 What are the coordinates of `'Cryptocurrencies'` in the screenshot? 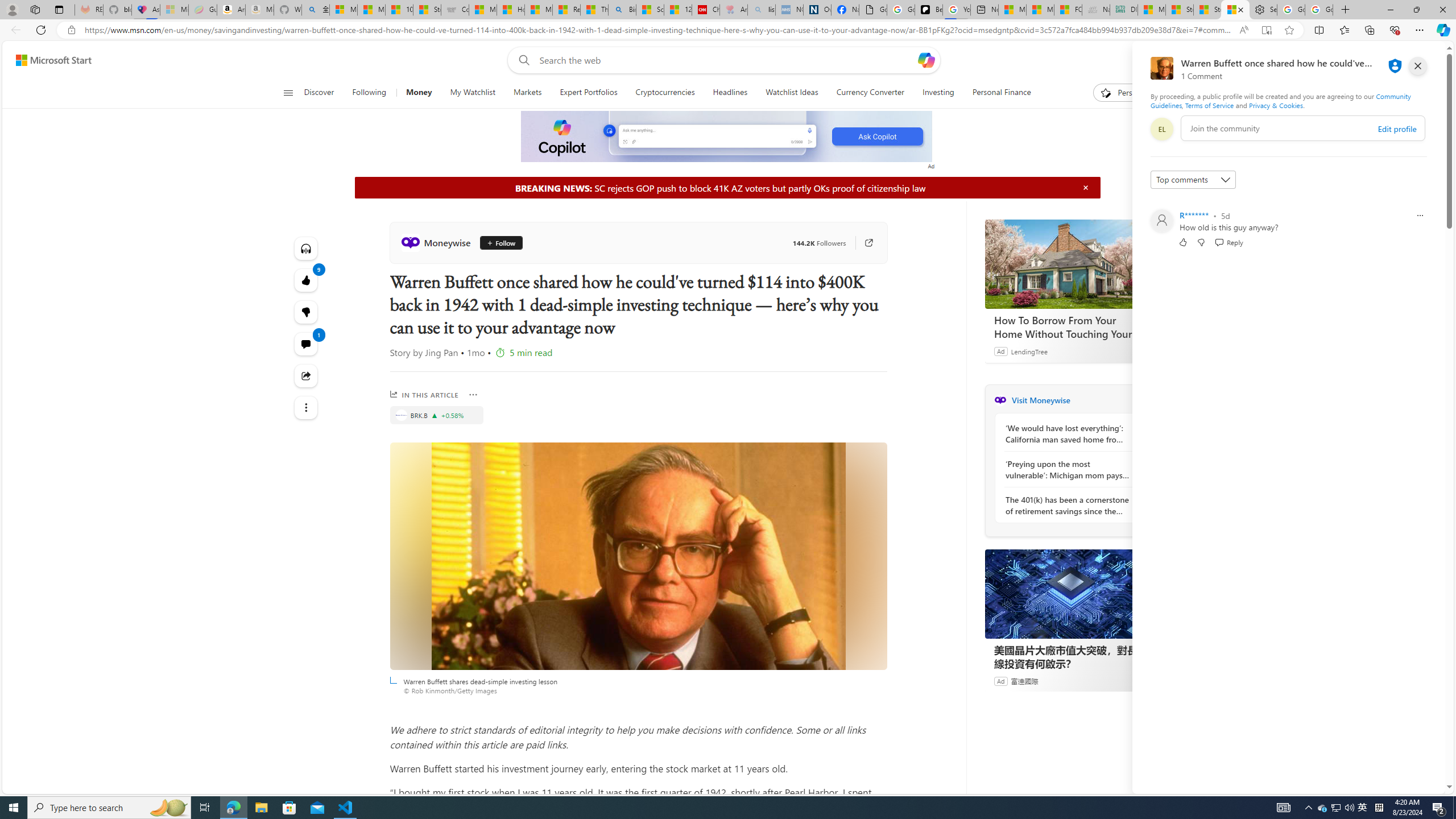 It's located at (665, 92).